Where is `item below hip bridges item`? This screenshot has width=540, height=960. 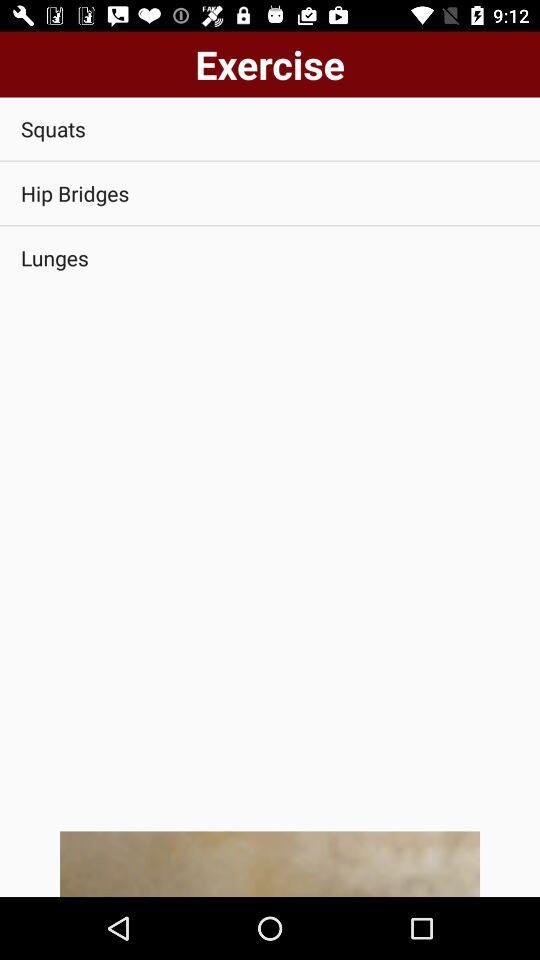 item below hip bridges item is located at coordinates (270, 256).